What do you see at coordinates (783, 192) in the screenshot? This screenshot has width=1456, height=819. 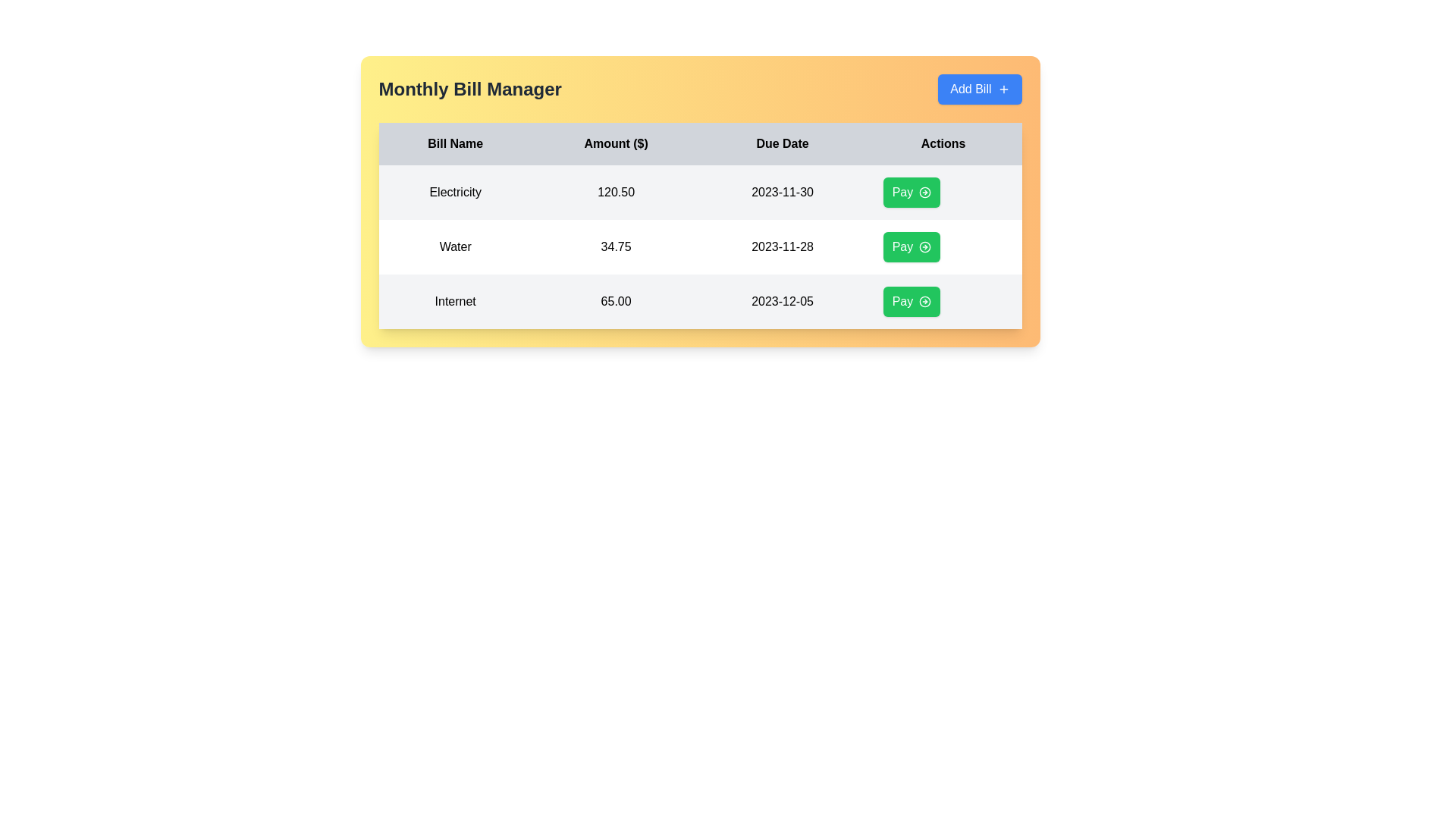 I see `due date text displayed in the static text element located between the 'Amount ($)' field and the 'Actions' column in the row labeled 'Electricity'` at bounding box center [783, 192].